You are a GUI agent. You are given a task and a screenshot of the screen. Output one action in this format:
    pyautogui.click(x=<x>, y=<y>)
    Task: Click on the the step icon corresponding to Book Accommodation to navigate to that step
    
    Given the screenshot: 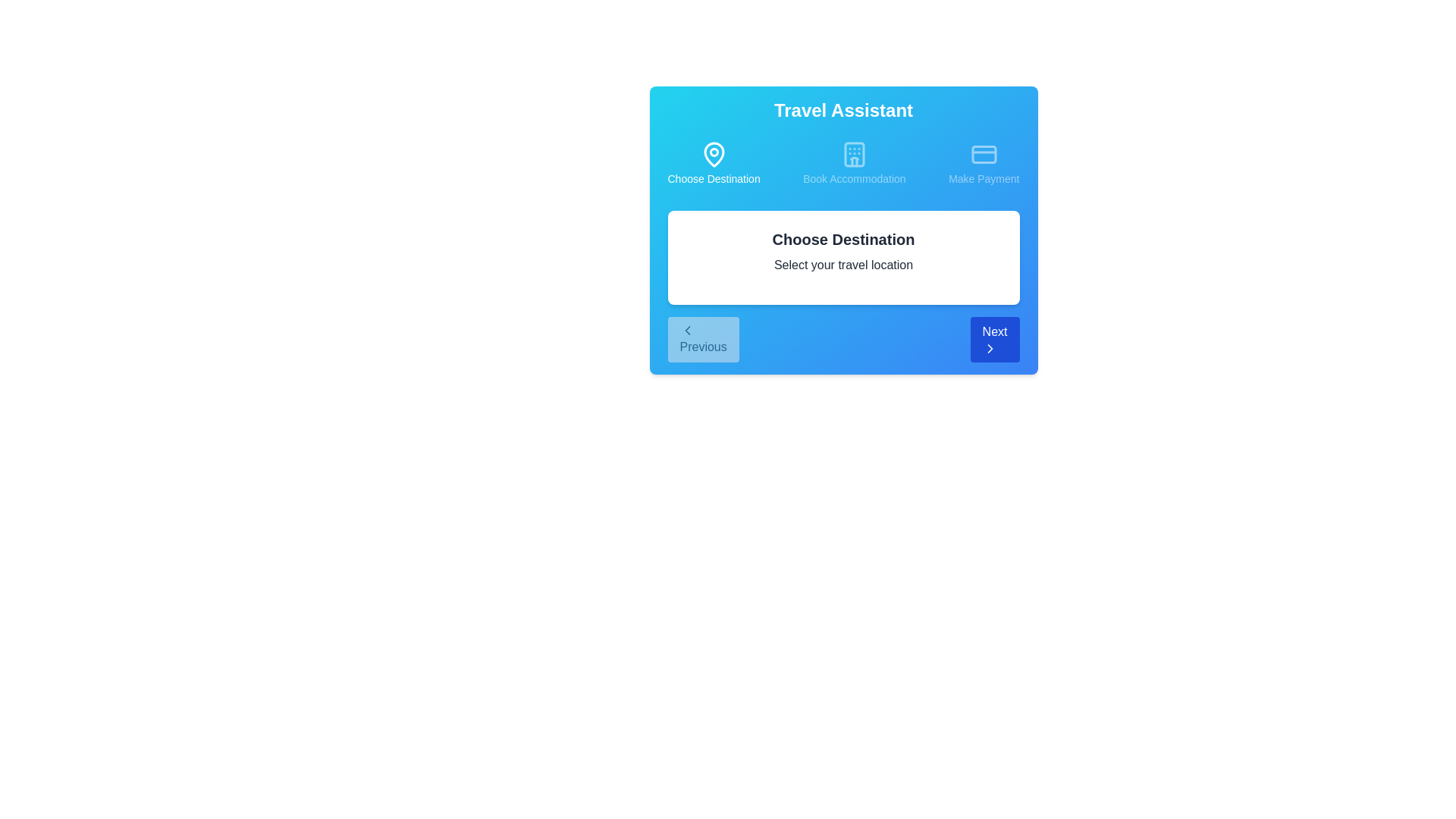 What is the action you would take?
    pyautogui.click(x=854, y=164)
    